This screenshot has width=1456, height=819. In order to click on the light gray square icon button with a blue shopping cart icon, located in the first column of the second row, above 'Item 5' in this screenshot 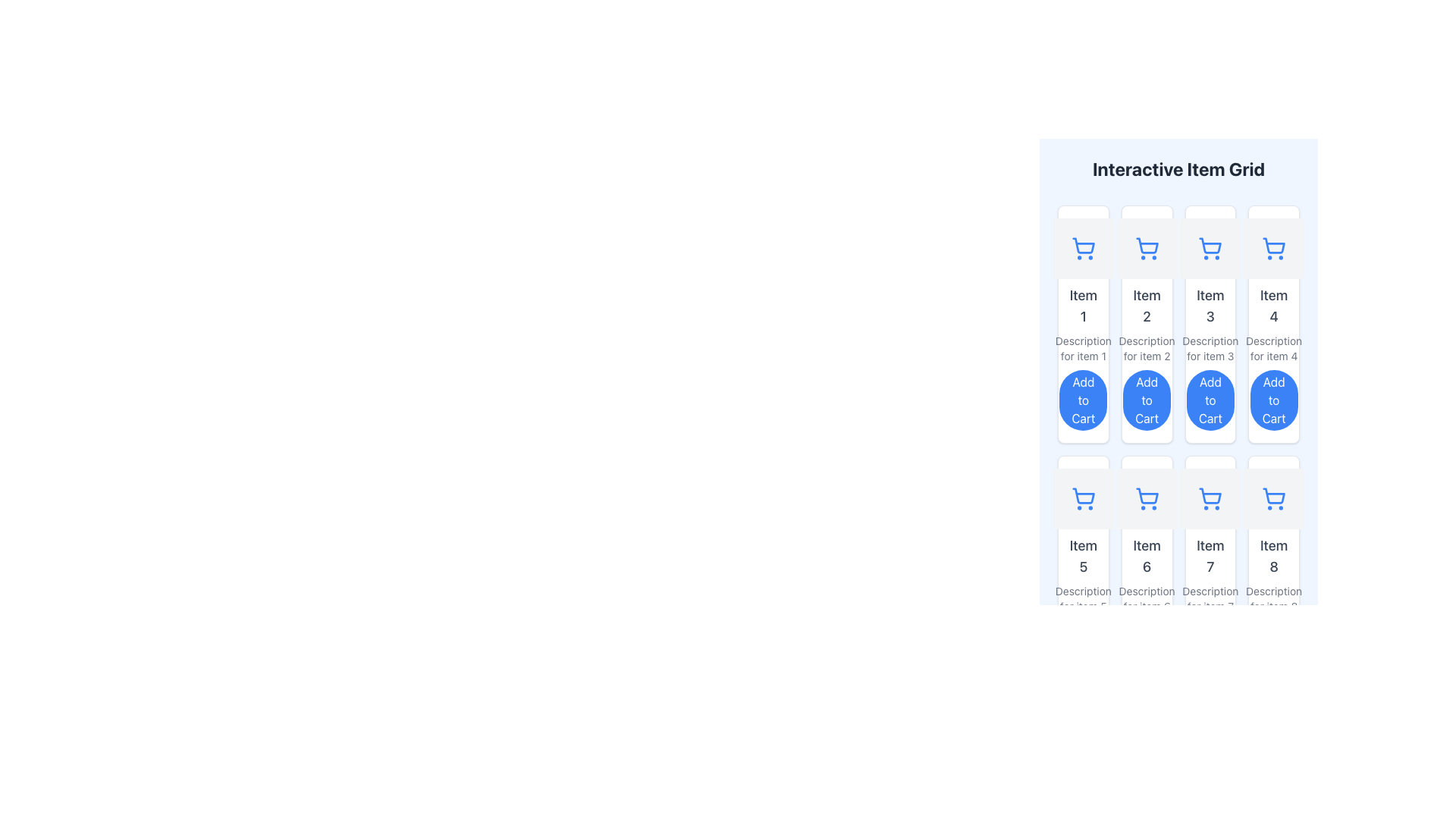, I will do `click(1082, 499)`.